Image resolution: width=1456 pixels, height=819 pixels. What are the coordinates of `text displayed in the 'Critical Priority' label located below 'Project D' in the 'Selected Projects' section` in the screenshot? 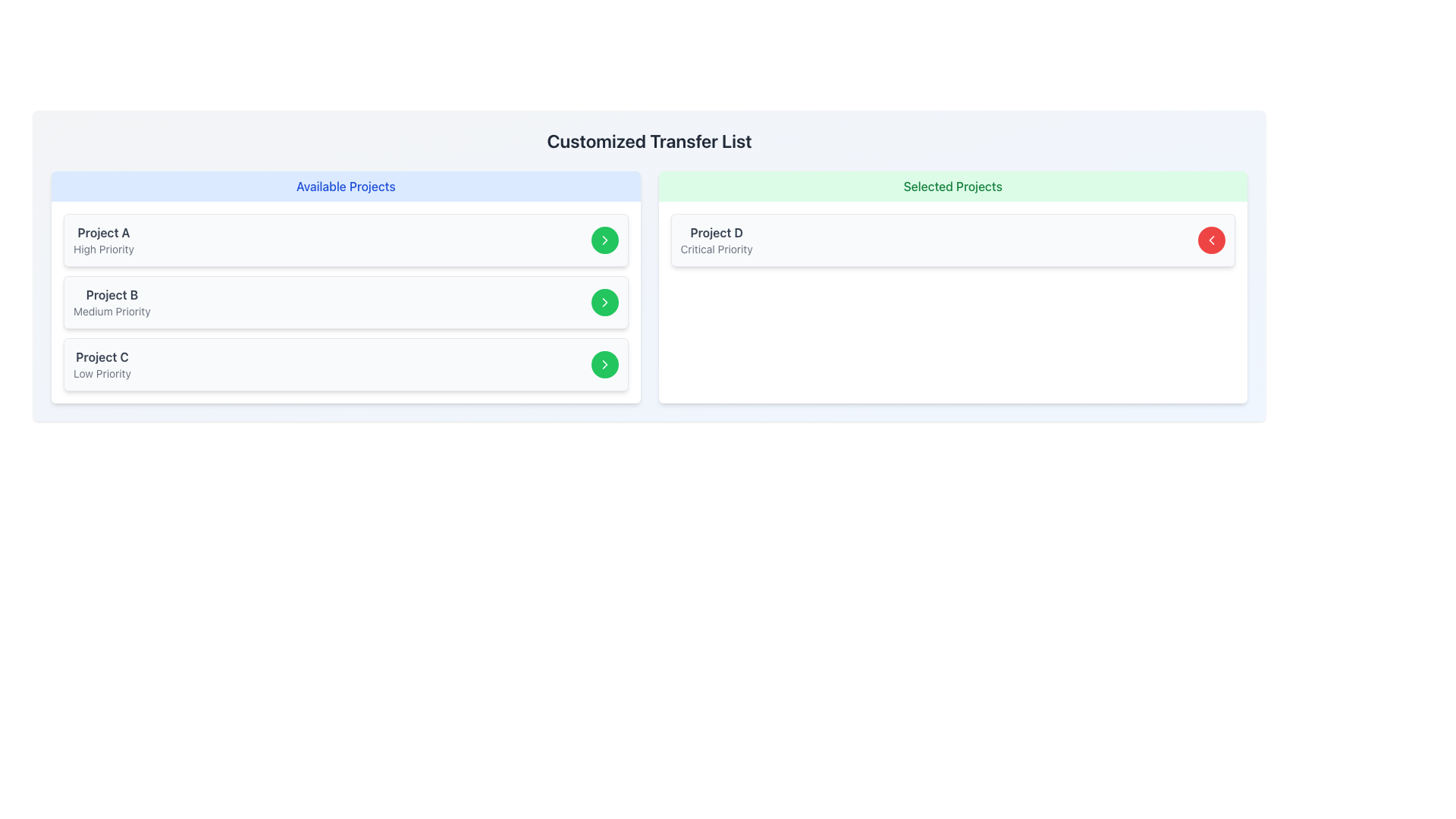 It's located at (716, 248).